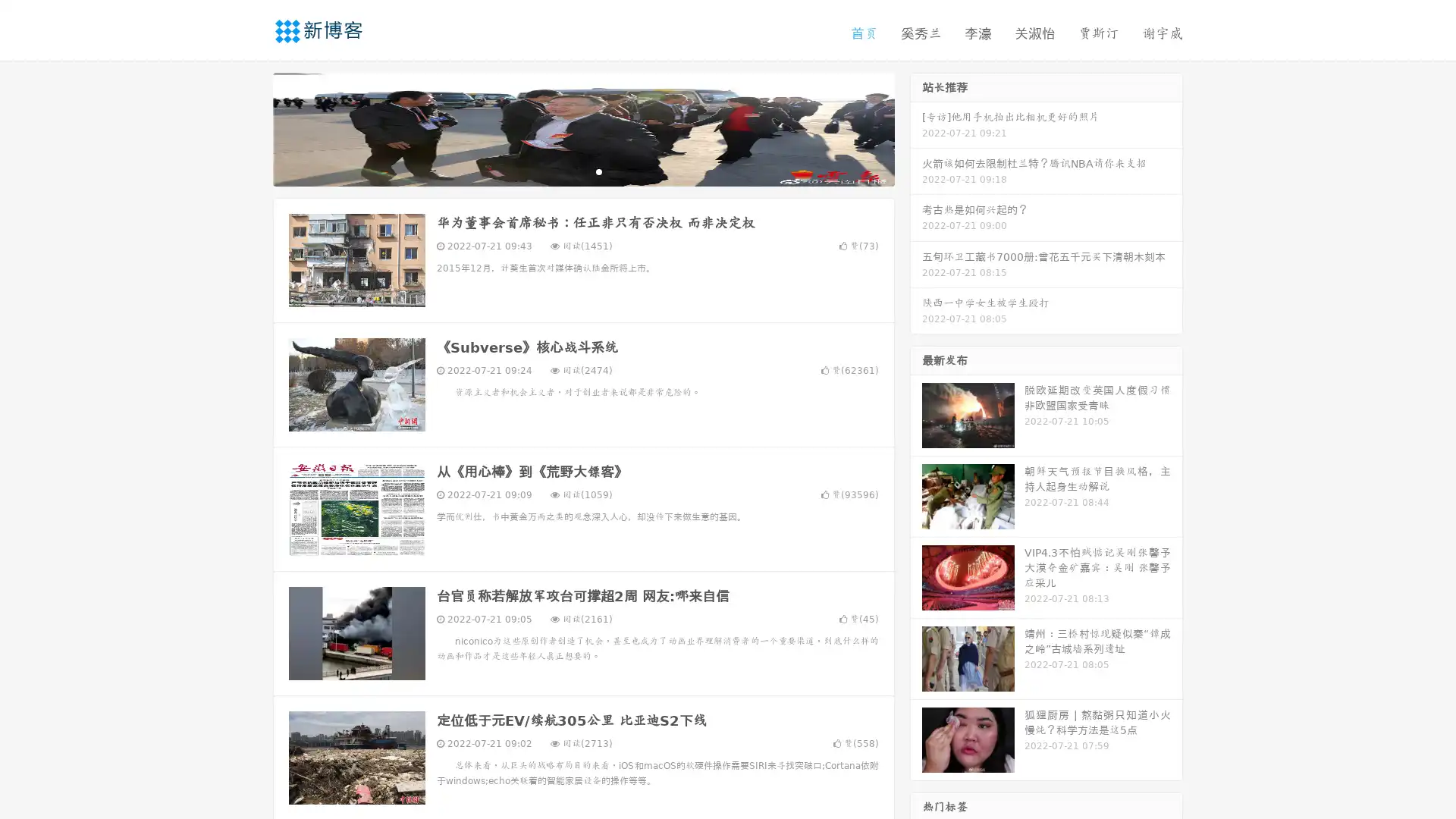  Describe the element at coordinates (567, 171) in the screenshot. I see `Go to slide 1` at that location.